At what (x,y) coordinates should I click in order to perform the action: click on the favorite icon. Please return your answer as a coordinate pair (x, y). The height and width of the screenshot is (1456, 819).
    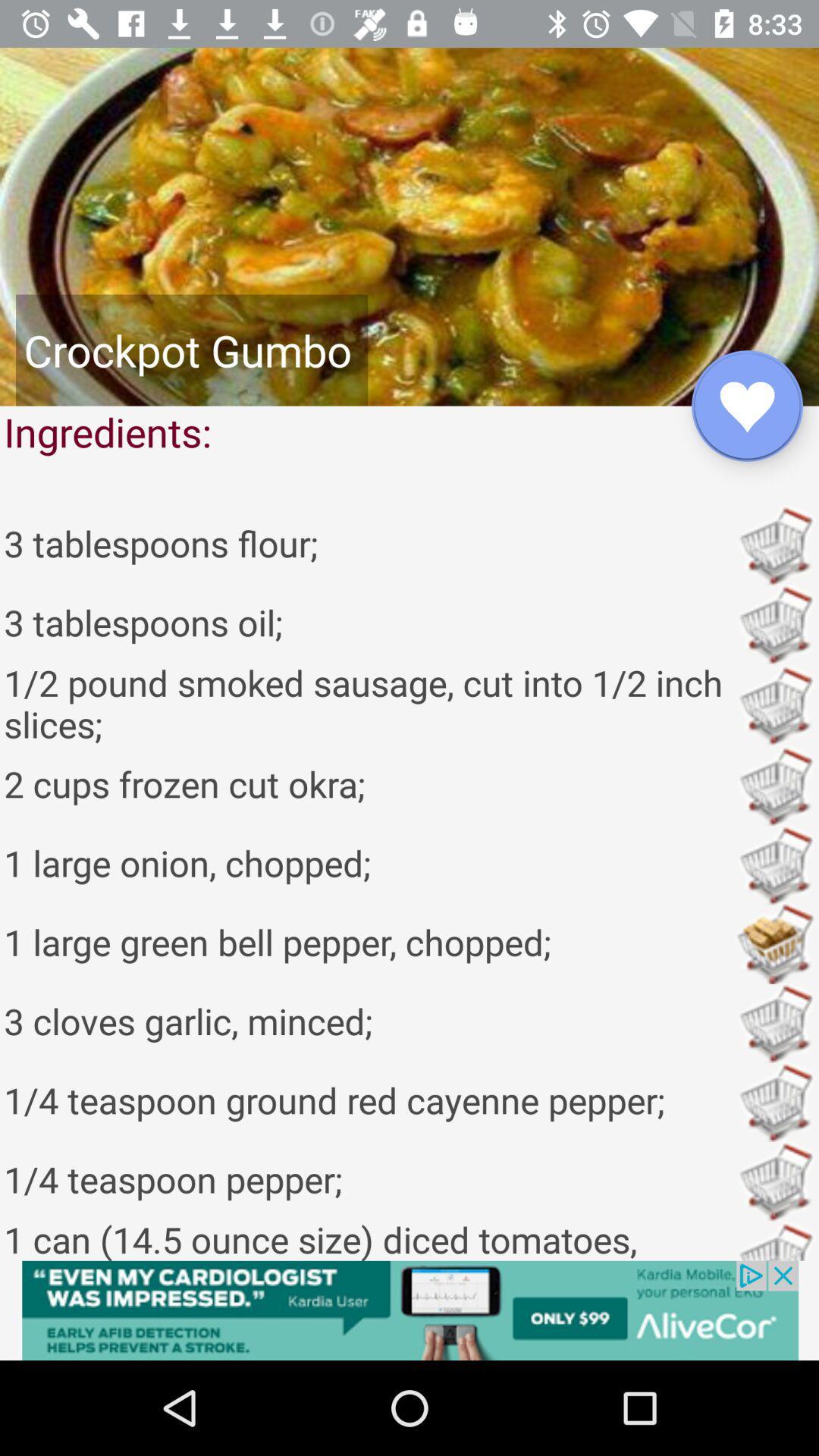
    Looking at the image, I should click on (746, 406).